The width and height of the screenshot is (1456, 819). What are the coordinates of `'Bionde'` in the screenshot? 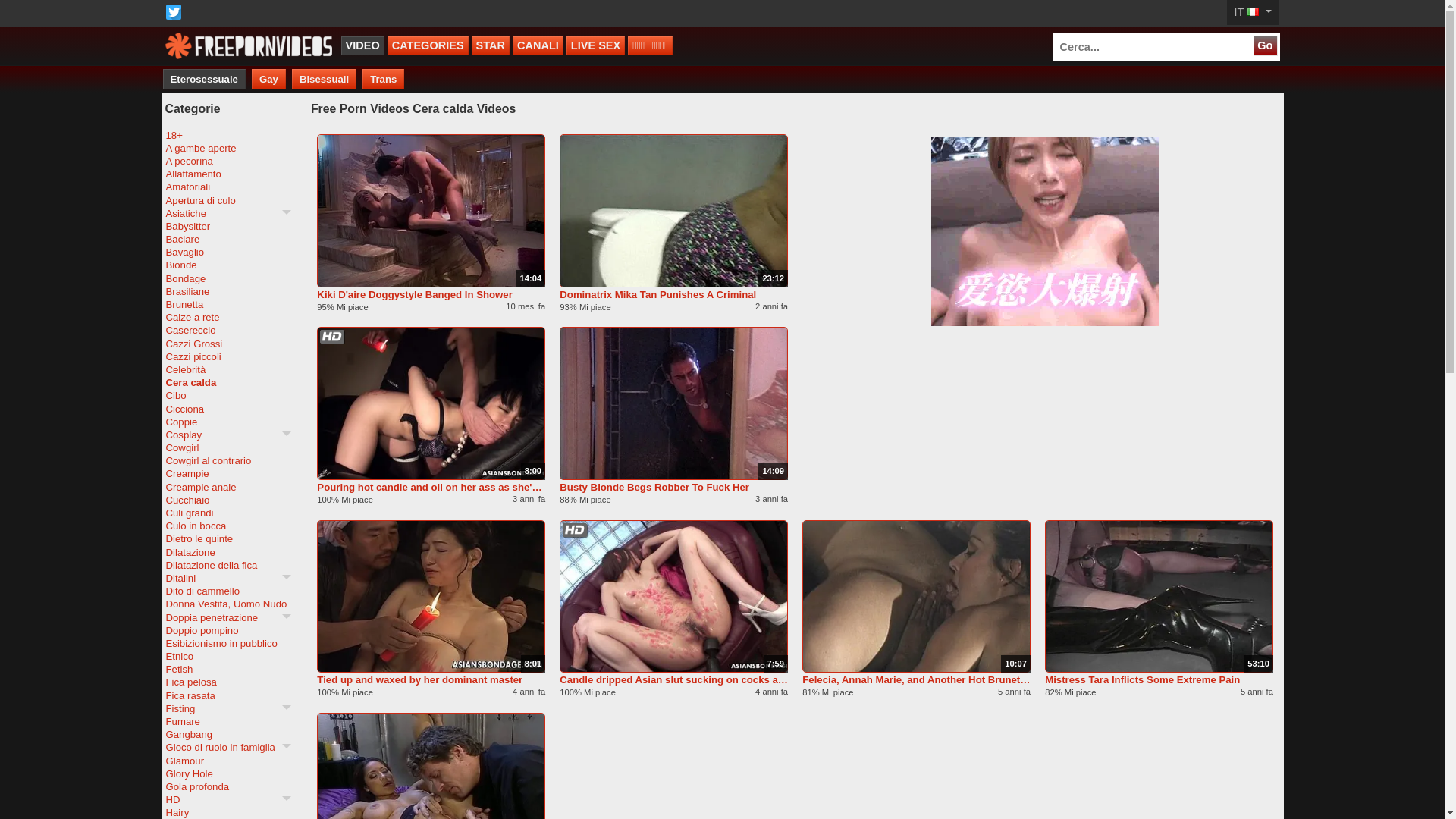 It's located at (227, 264).